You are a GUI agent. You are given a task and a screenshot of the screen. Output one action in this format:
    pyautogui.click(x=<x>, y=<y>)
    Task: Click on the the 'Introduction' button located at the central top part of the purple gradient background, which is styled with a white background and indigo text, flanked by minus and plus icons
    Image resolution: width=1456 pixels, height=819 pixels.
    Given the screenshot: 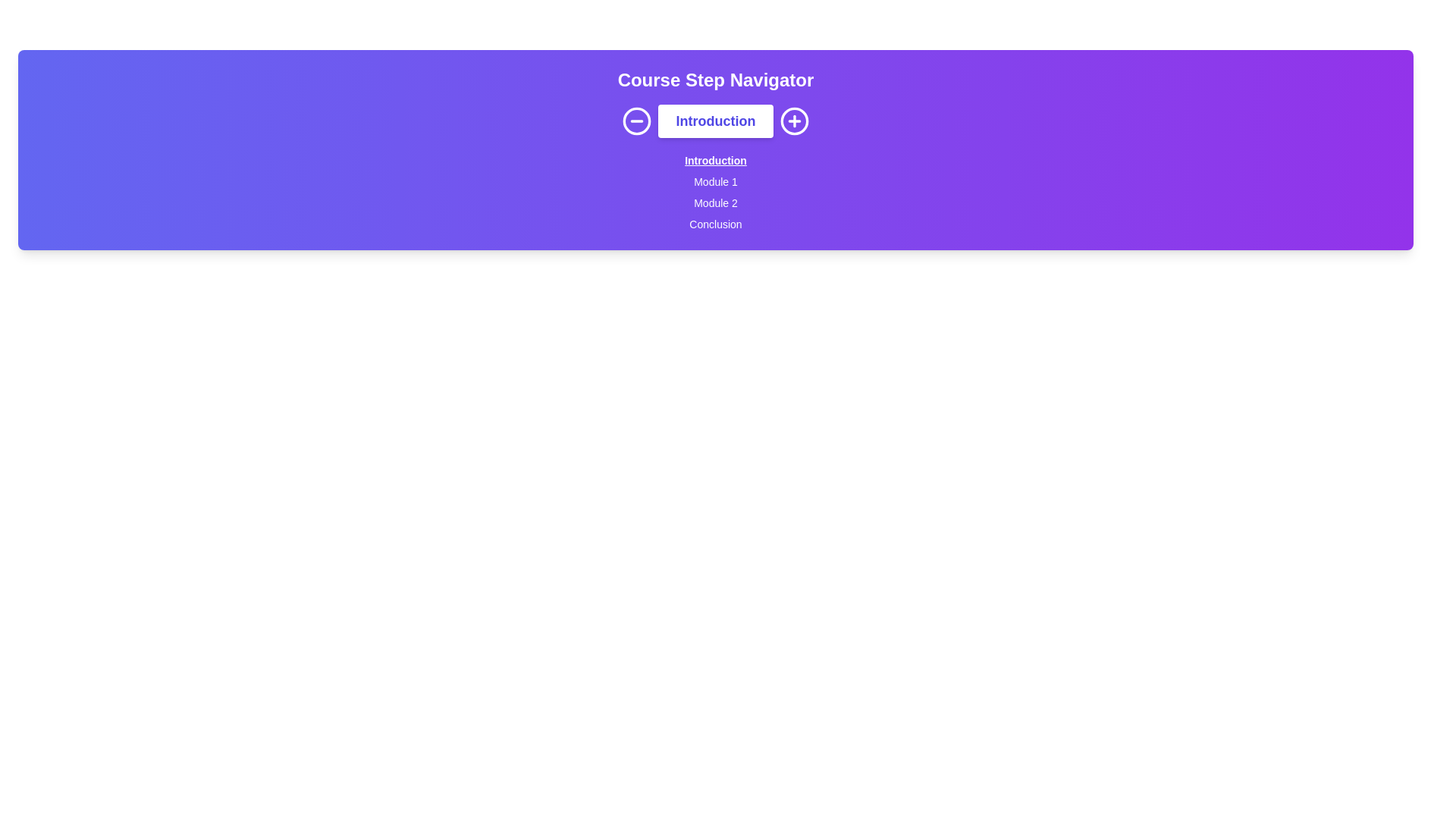 What is the action you would take?
    pyautogui.click(x=715, y=120)
    